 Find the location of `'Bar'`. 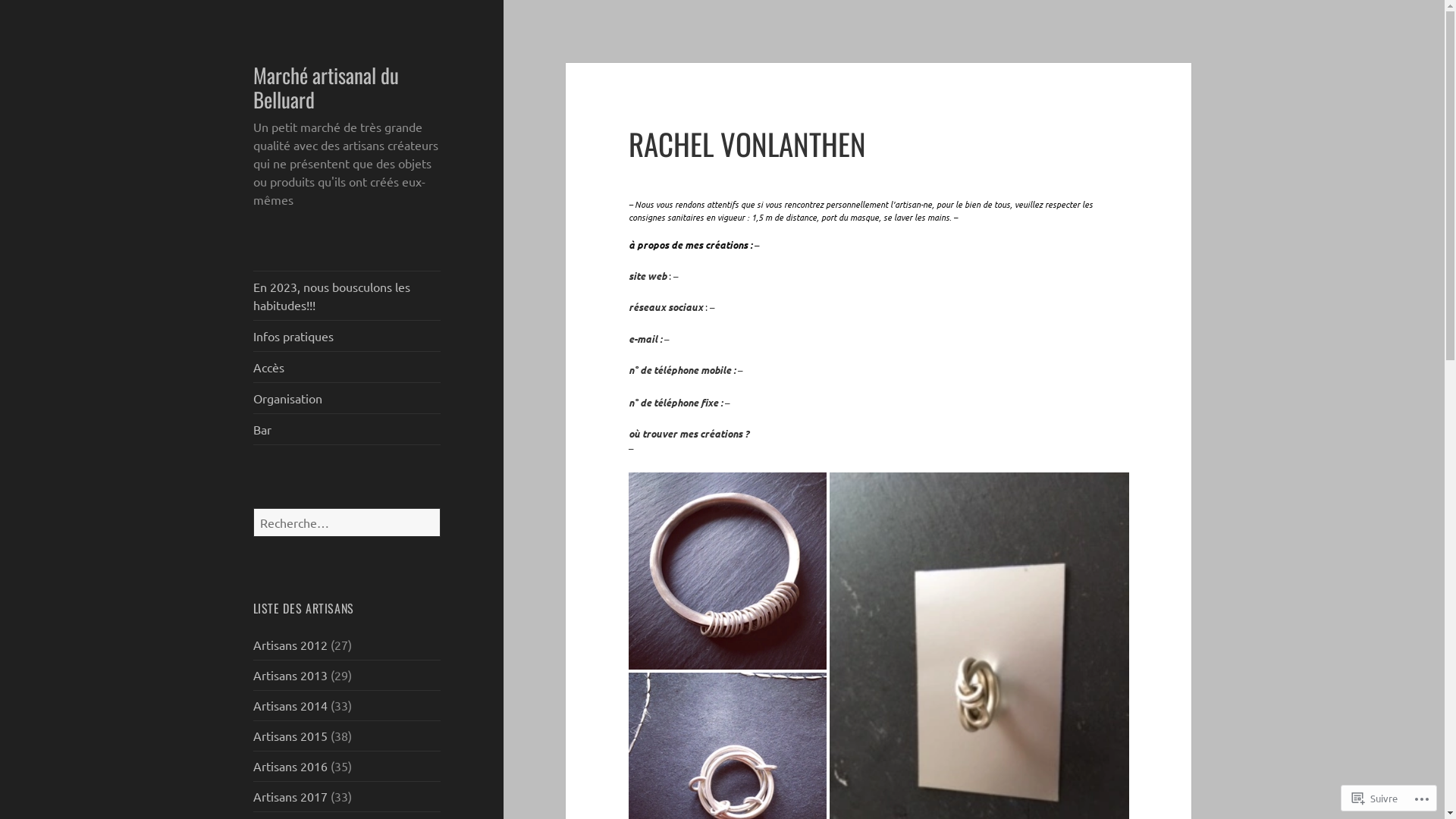

'Bar' is located at coordinates (253, 429).